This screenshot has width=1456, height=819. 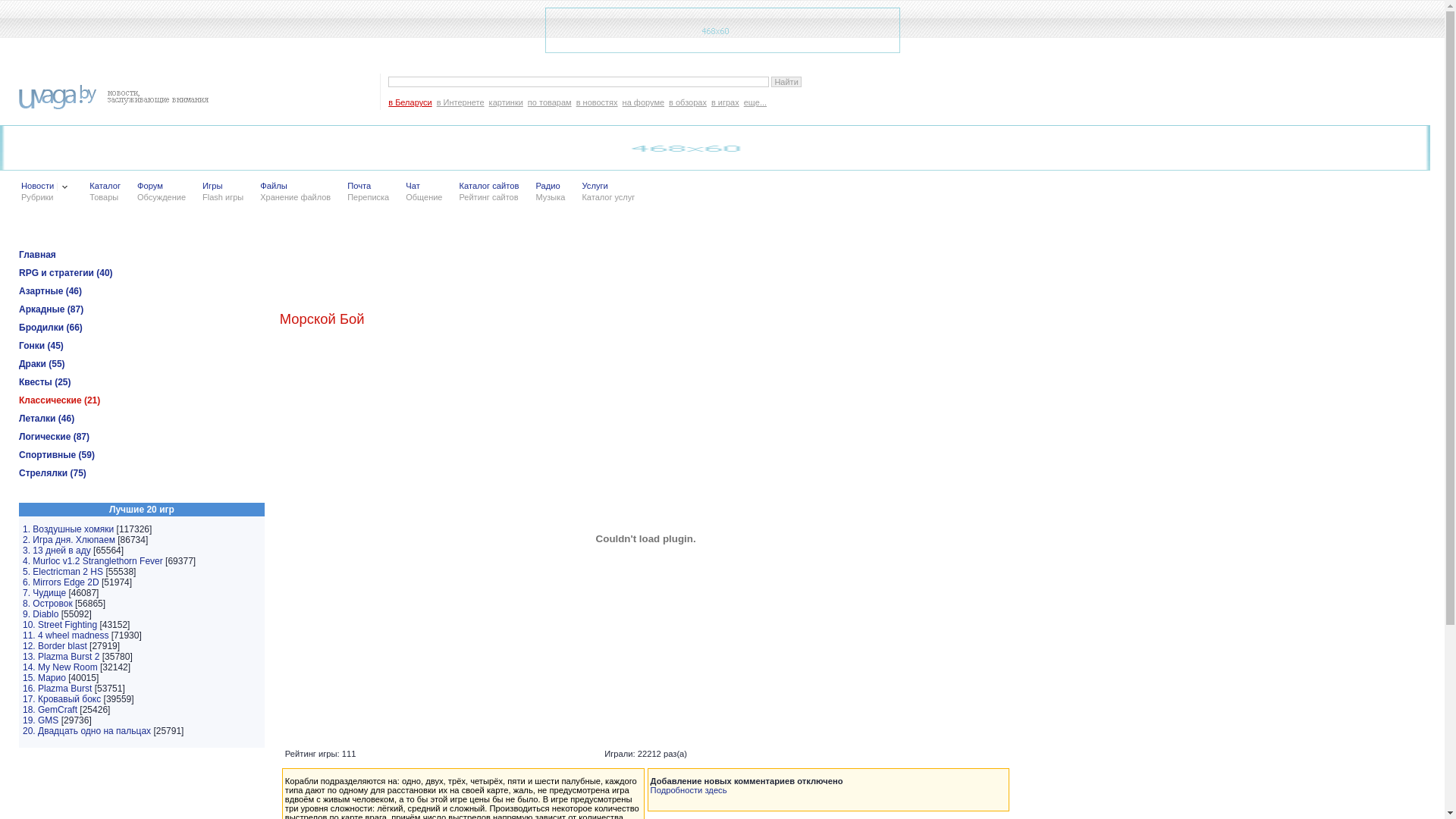 I want to click on '9. Diablo', so click(x=40, y=614).